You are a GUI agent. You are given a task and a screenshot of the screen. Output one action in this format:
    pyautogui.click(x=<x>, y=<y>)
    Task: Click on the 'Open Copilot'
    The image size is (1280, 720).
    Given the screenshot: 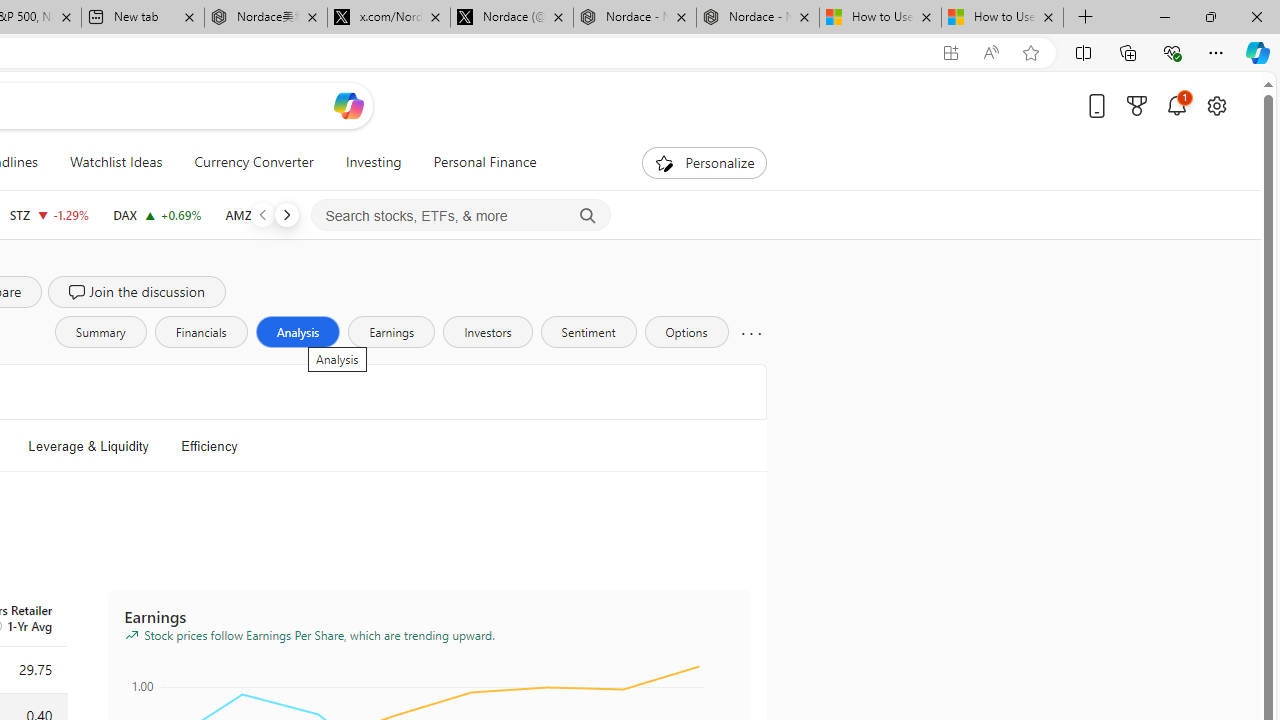 What is the action you would take?
    pyautogui.click(x=348, y=105)
    